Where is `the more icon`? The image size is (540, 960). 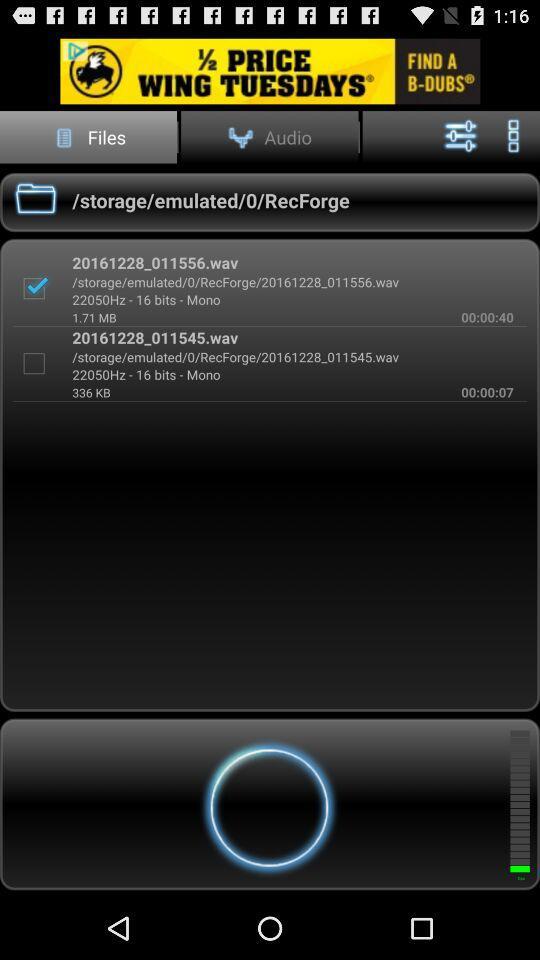 the more icon is located at coordinates (513, 144).